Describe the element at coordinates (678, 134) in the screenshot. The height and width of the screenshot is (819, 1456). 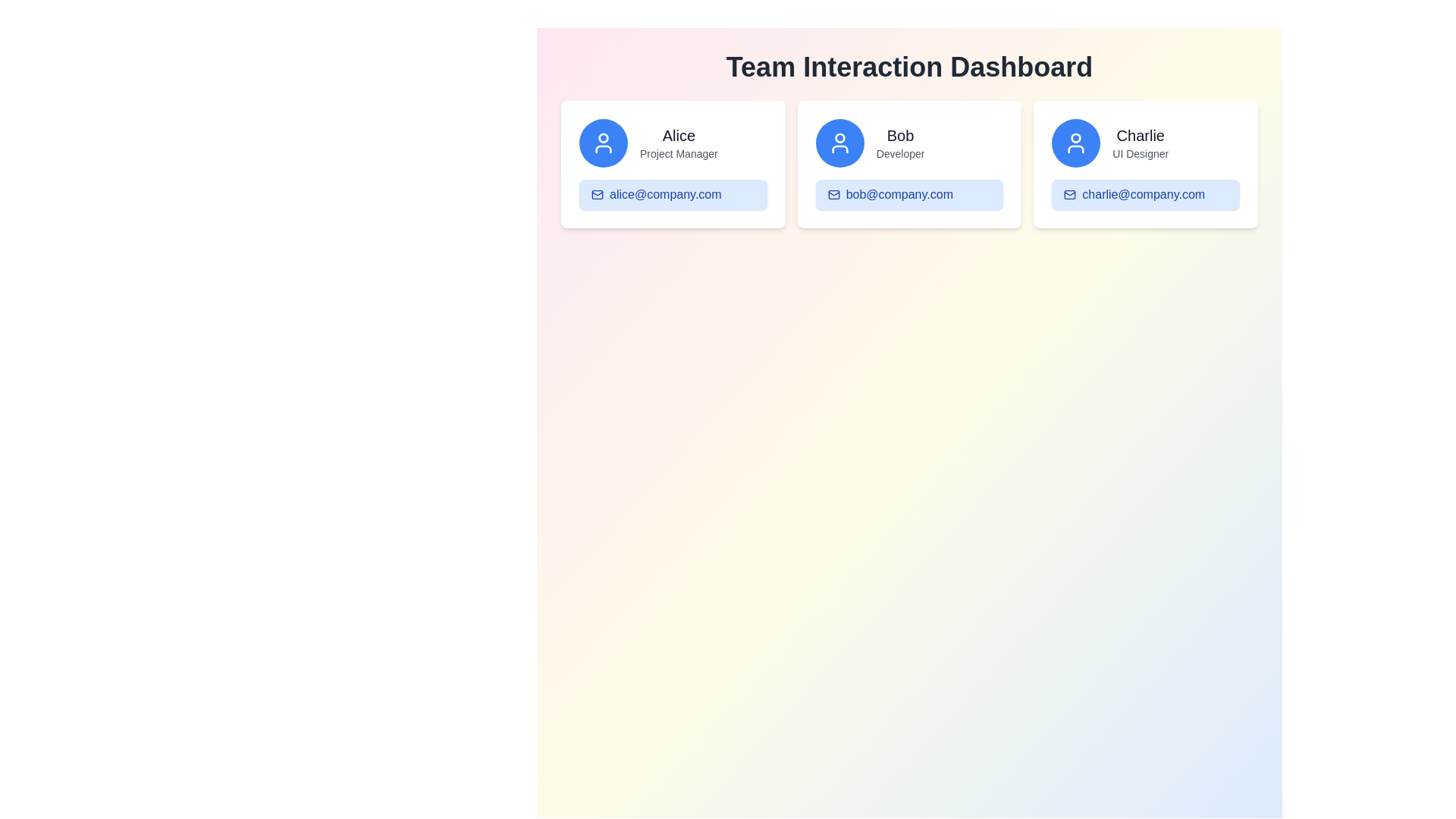
I see `displayed name 'Alice' from the Text label located at the top of the first team member card, which is the leftmost card among three horizontally aligned cards` at that location.